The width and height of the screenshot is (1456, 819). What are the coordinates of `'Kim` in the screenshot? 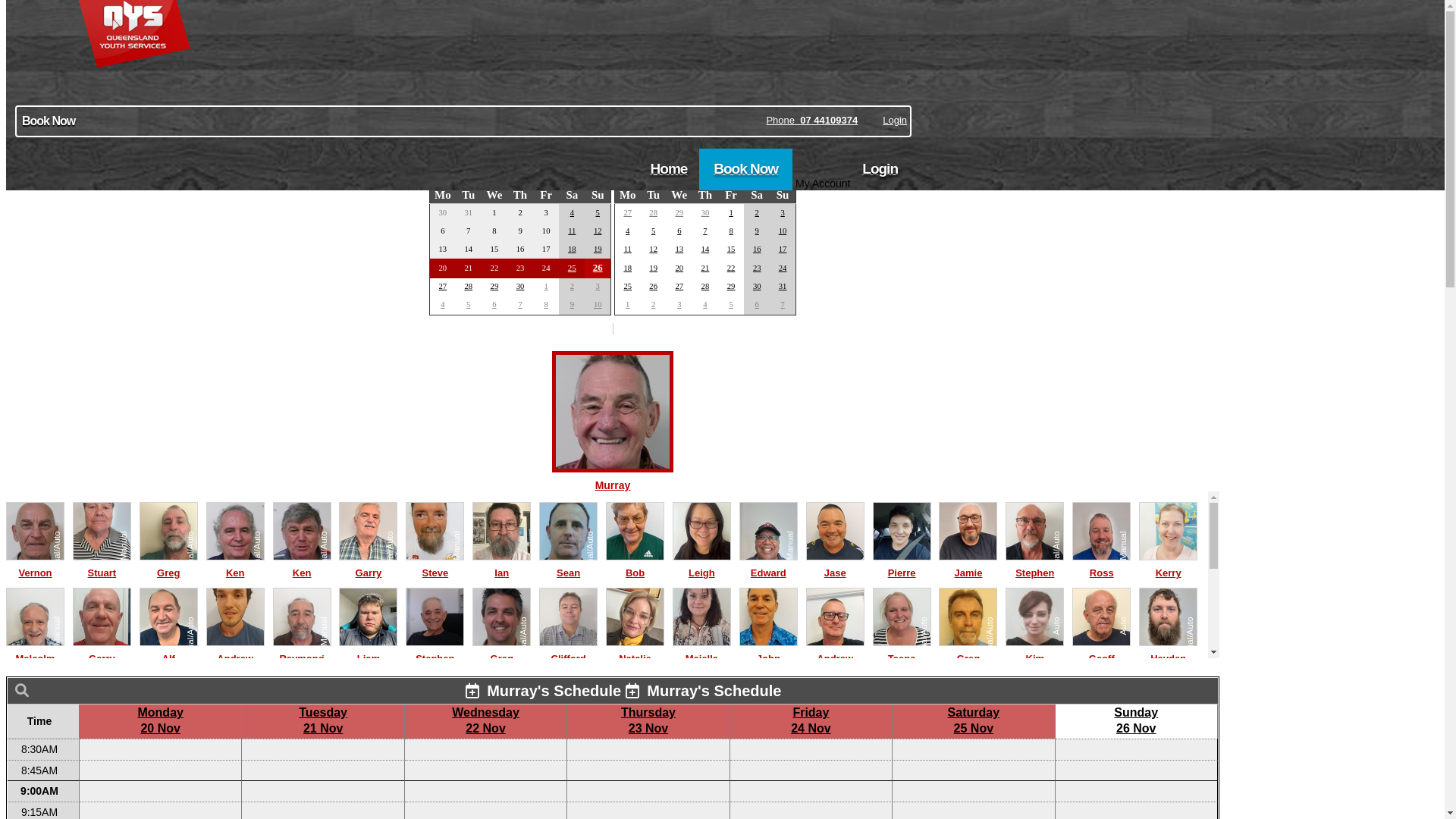 It's located at (1034, 650).